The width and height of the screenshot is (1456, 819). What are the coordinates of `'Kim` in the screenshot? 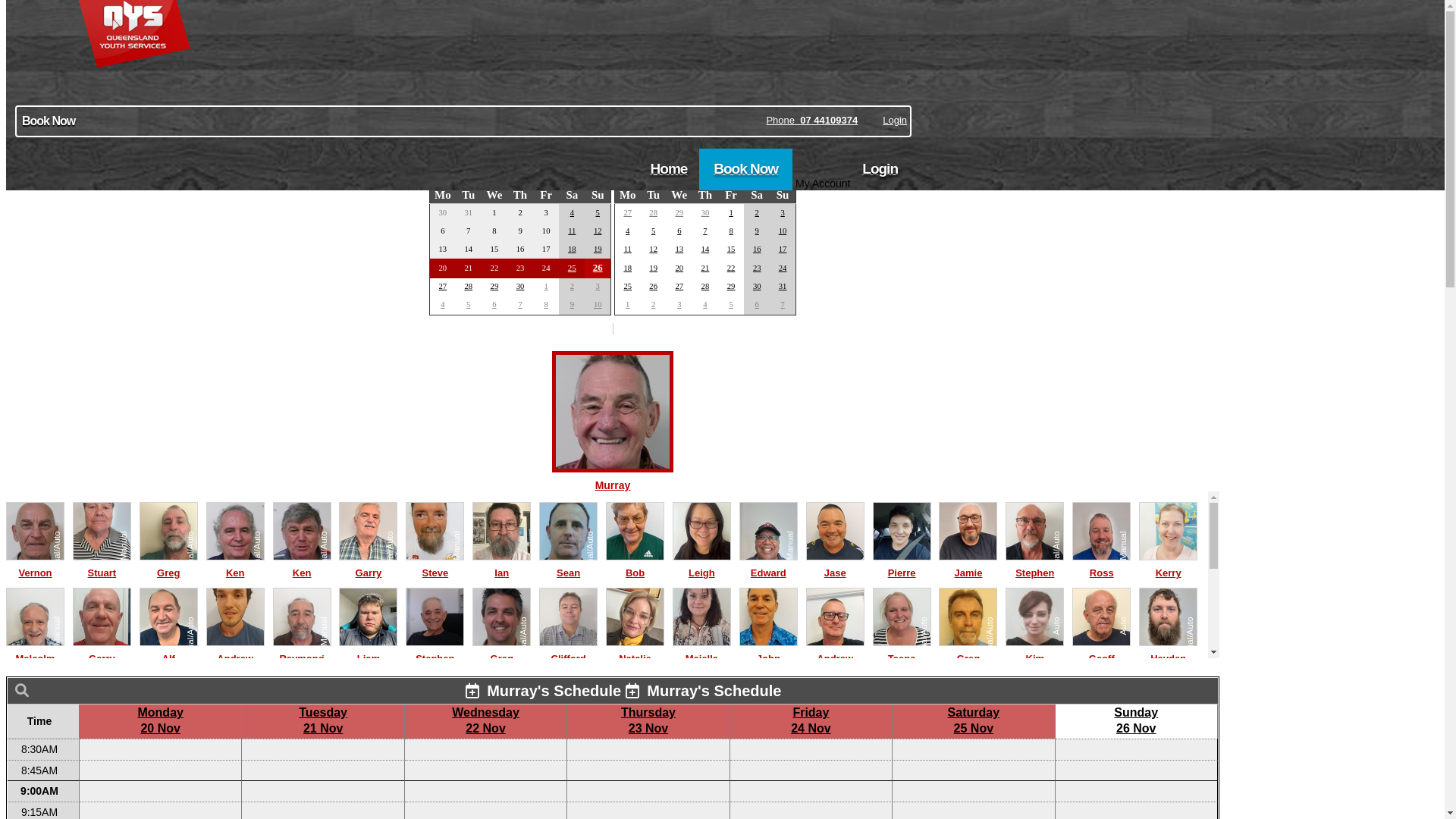 It's located at (1034, 650).